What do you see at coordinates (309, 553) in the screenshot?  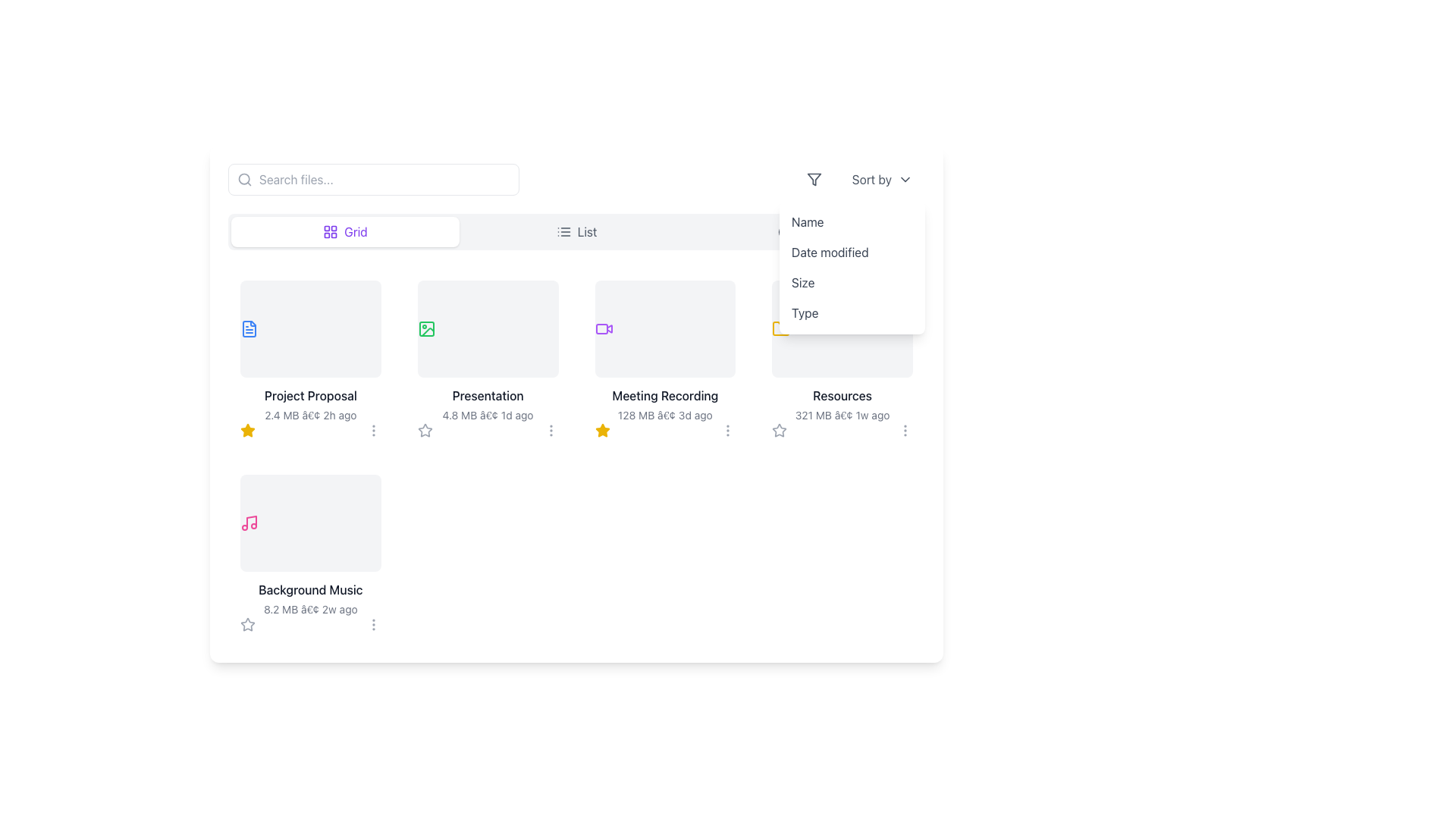 I see `the file tile representing 'Background Music'` at bounding box center [309, 553].